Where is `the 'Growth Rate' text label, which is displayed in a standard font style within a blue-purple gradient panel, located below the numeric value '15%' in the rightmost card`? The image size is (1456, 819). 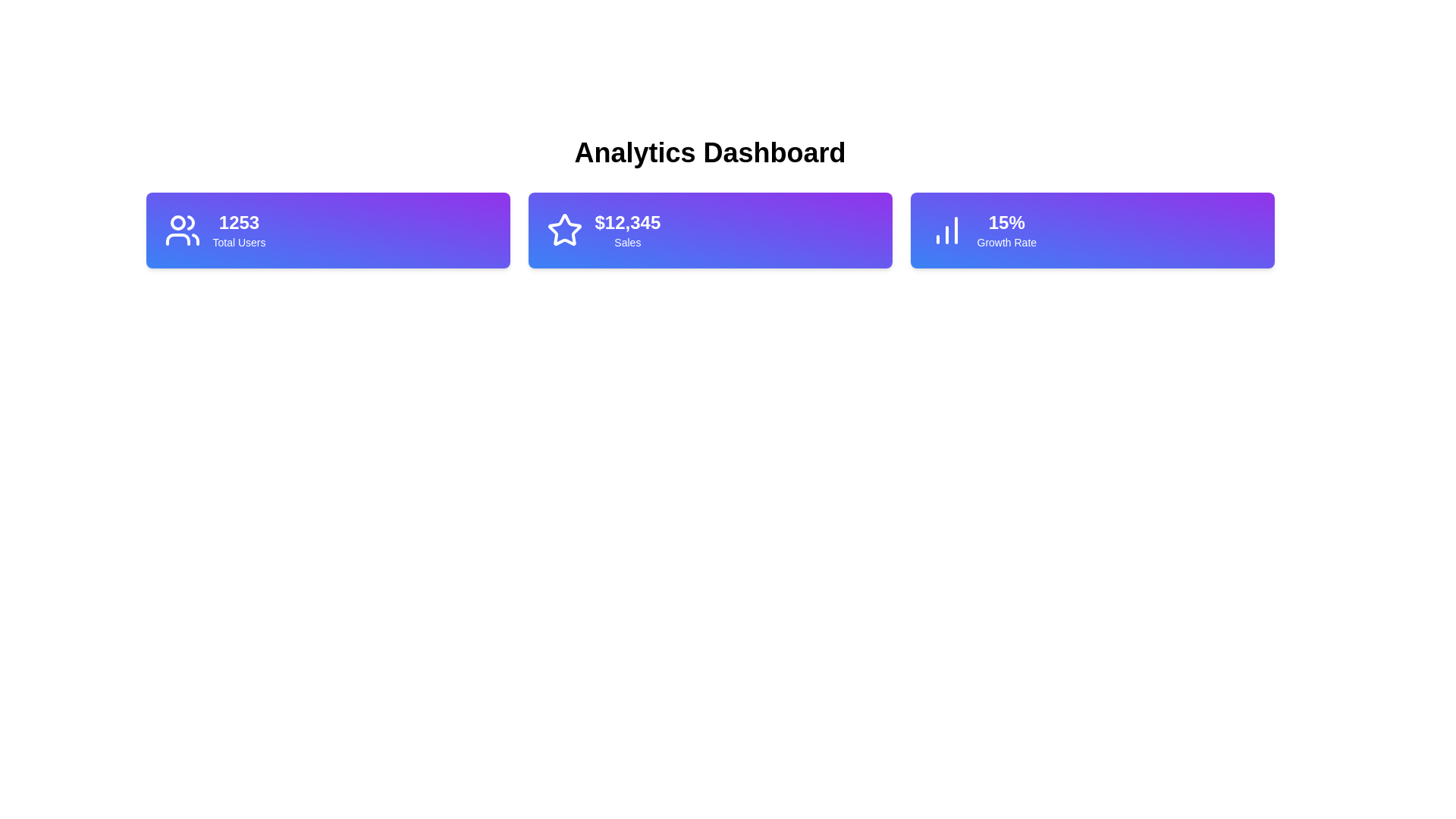
the 'Growth Rate' text label, which is displayed in a standard font style within a blue-purple gradient panel, located below the numeric value '15%' in the rightmost card is located at coordinates (1006, 242).